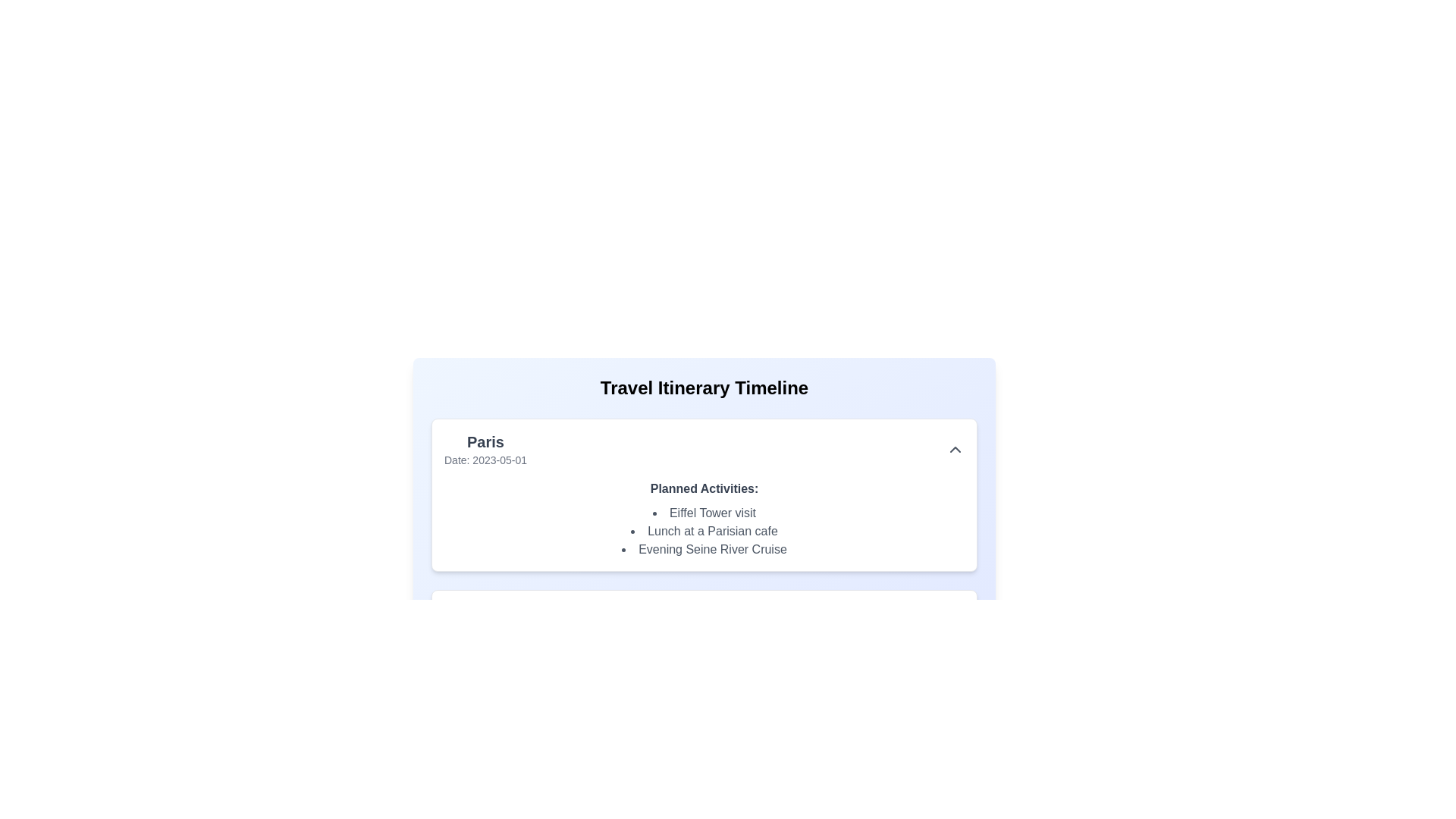 The width and height of the screenshot is (1456, 819). What do you see at coordinates (704, 513) in the screenshot?
I see `the text item displaying 'Eiffel Tower visit' in the bullet-point list under the 'Planned Activities' section` at bounding box center [704, 513].